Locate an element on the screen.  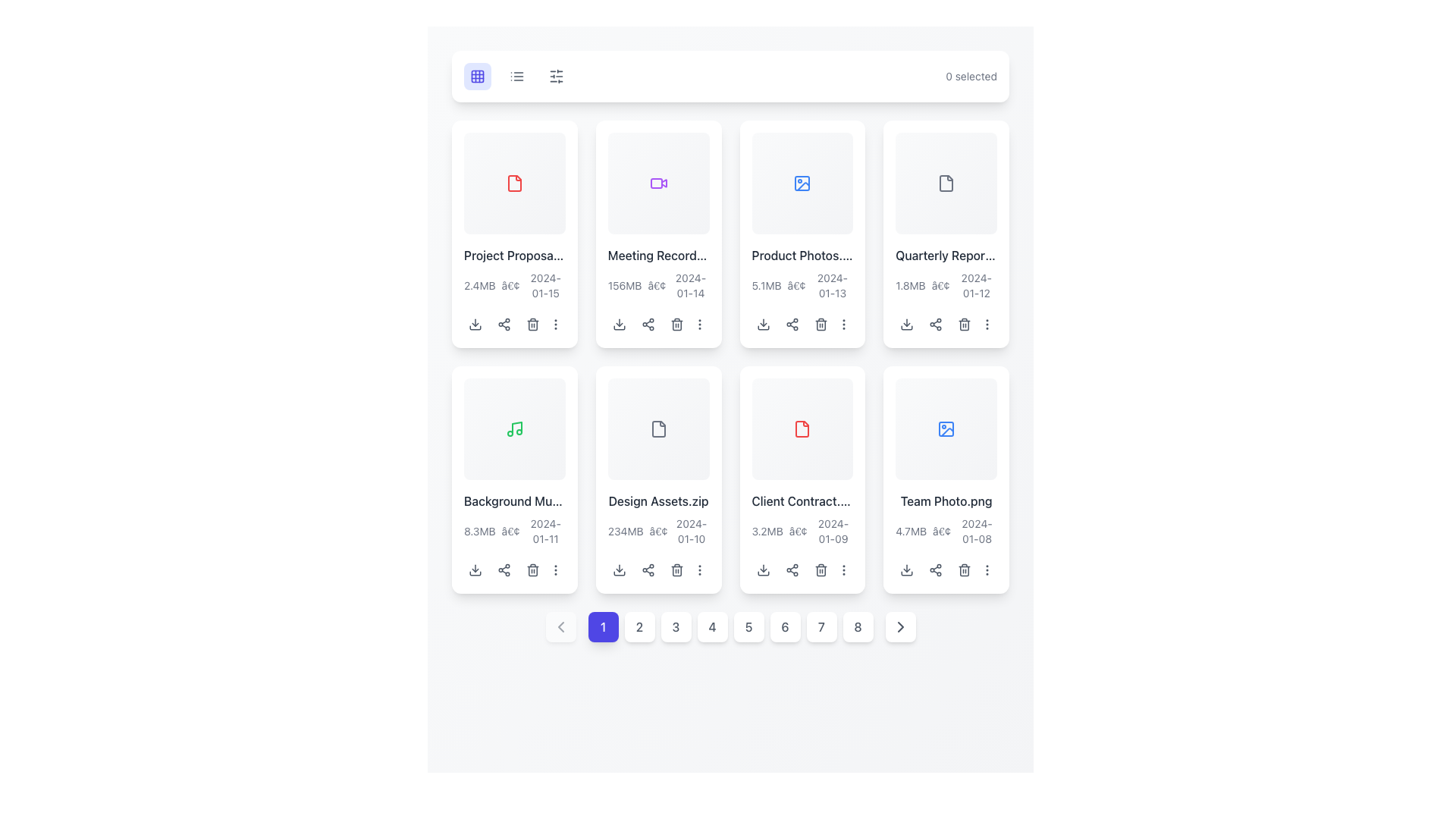
the blue outline image icon representing a picture frame located in the bottom-right card of a grid layout is located at coordinates (946, 428).